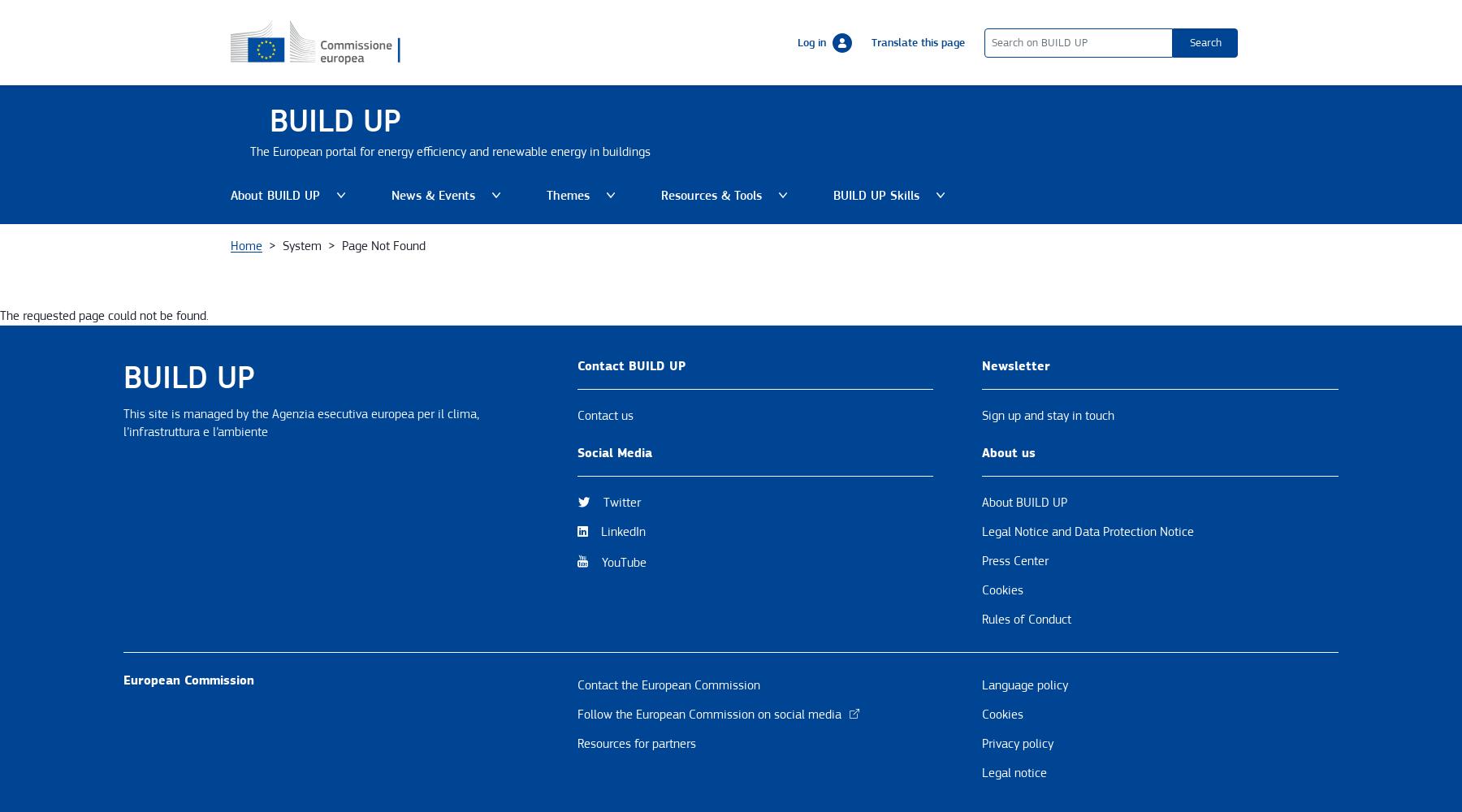 The height and width of the screenshot is (812, 1462). I want to click on 'Page Not Found', so click(383, 245).